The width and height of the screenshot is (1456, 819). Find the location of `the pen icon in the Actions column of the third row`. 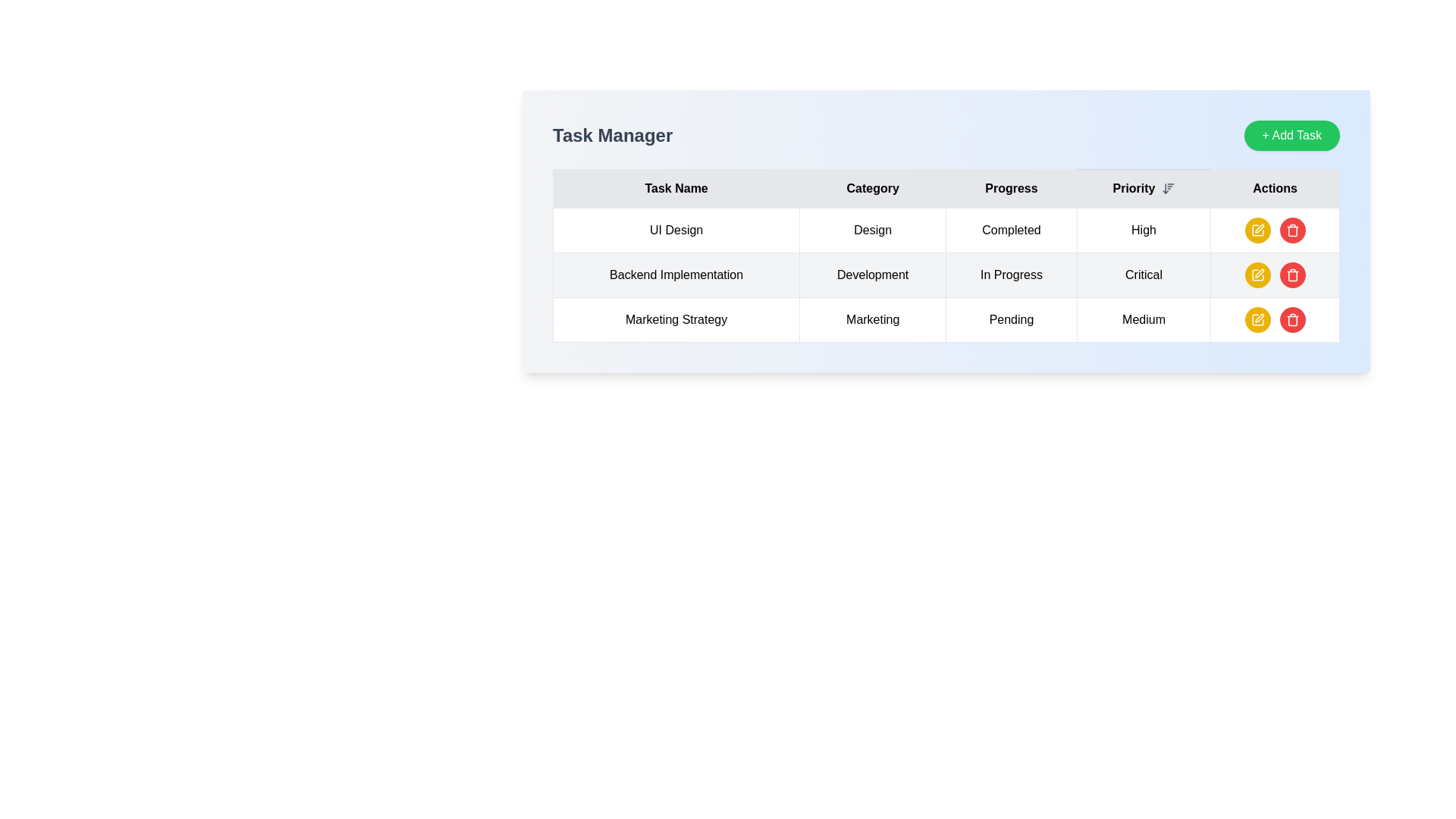

the pen icon in the Actions column of the third row is located at coordinates (1259, 228).